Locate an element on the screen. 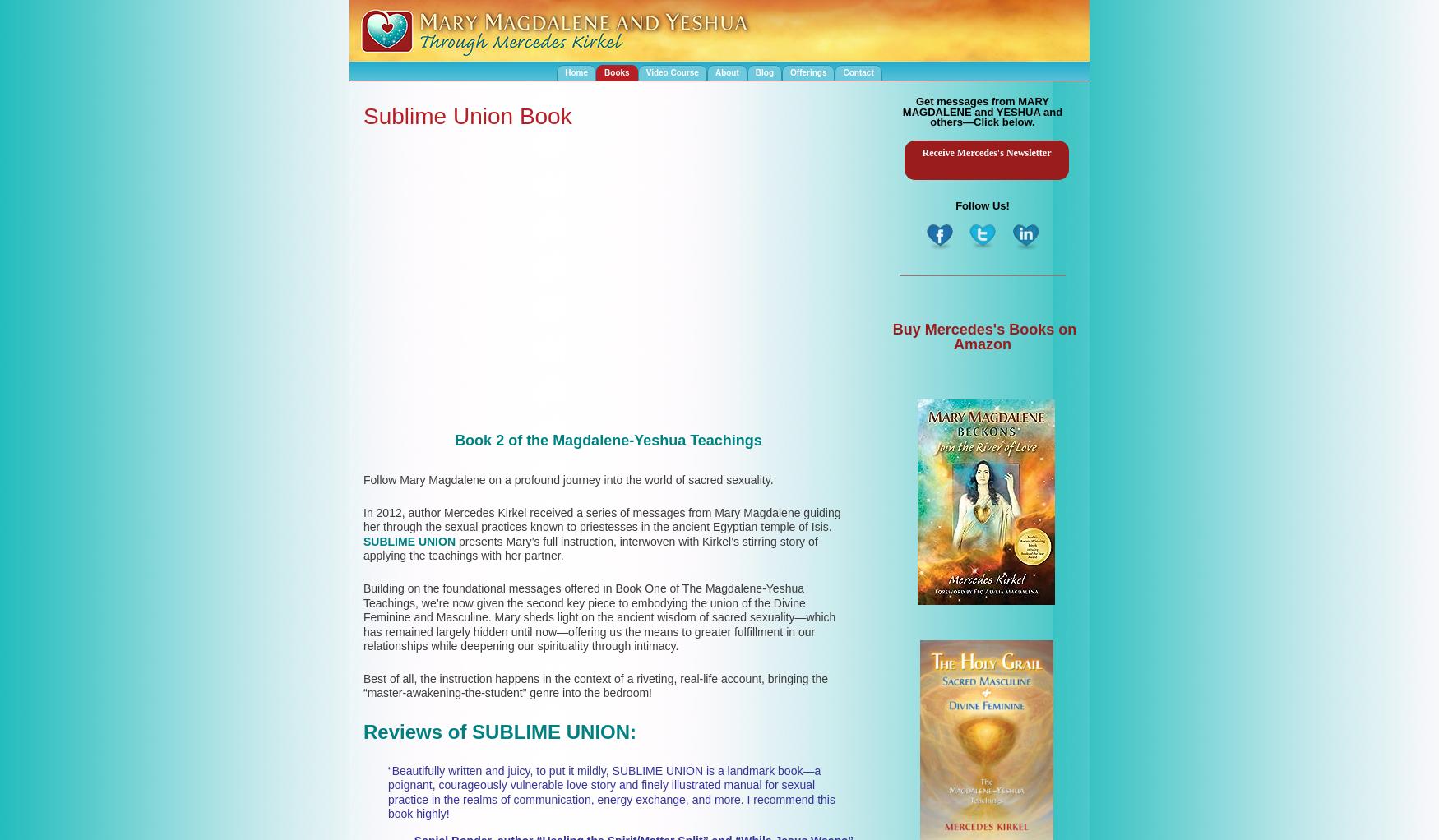  'Building on the foundational messages offered in Book One of The Magdalene-Yeshua Teachings, we’re now given the second key piece to embodying the union of the Divine Feminine and Masculine. Mary sheds light on the ancient wisdom of sacred sexuality—which has remained largely hidden until now—offering us the means to greater fulfillment in our relationships while deepening our spirituality through intimacy.' is located at coordinates (599, 616).